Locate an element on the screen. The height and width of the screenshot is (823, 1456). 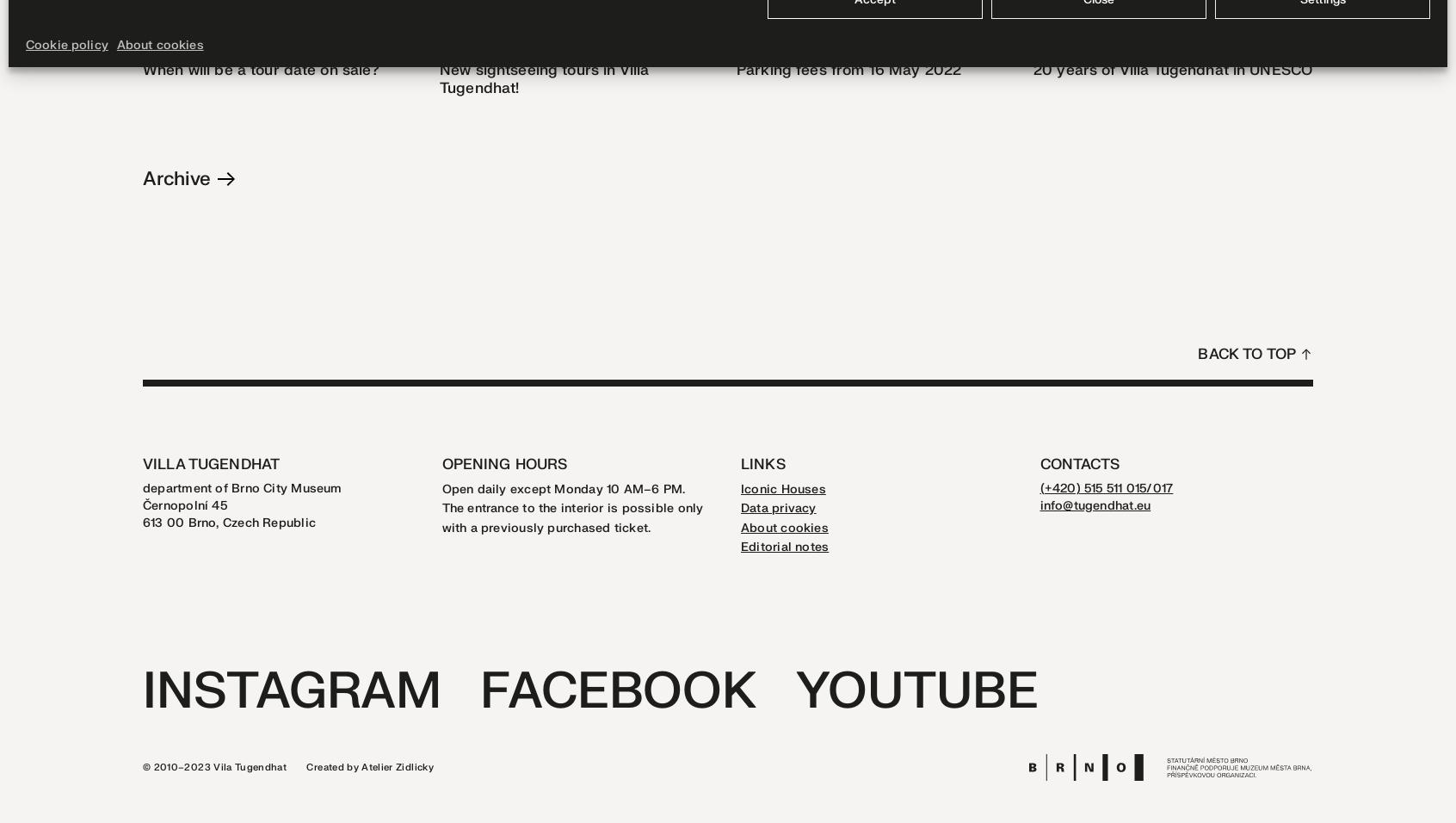
'When will be a tour date on sale?' is located at coordinates (260, 68).